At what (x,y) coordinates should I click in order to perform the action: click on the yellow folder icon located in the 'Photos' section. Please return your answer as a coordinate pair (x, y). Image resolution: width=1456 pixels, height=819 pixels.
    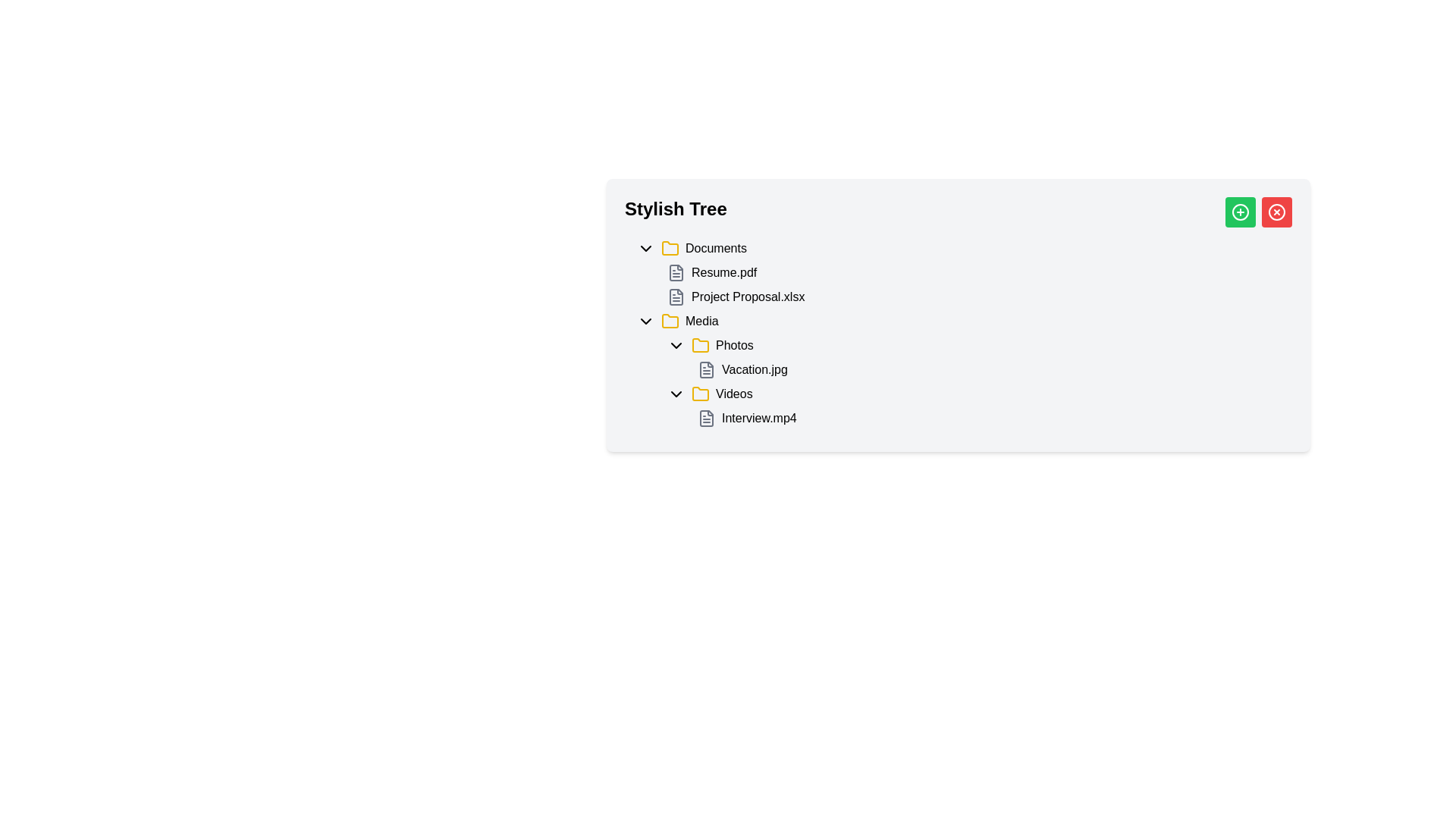
    Looking at the image, I should click on (700, 345).